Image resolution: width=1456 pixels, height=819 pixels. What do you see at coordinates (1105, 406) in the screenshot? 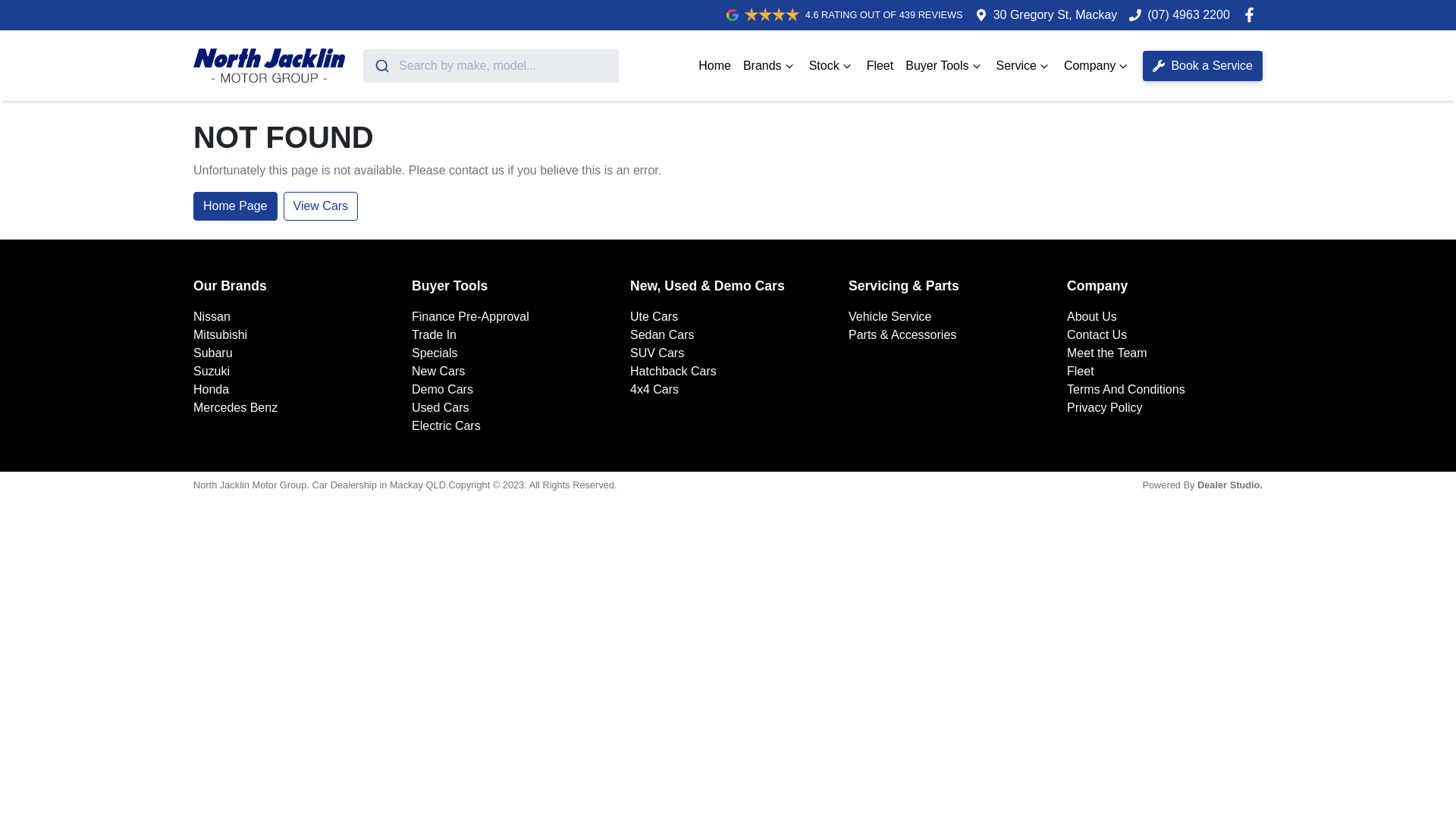
I see `'Privacy Policy'` at bounding box center [1105, 406].